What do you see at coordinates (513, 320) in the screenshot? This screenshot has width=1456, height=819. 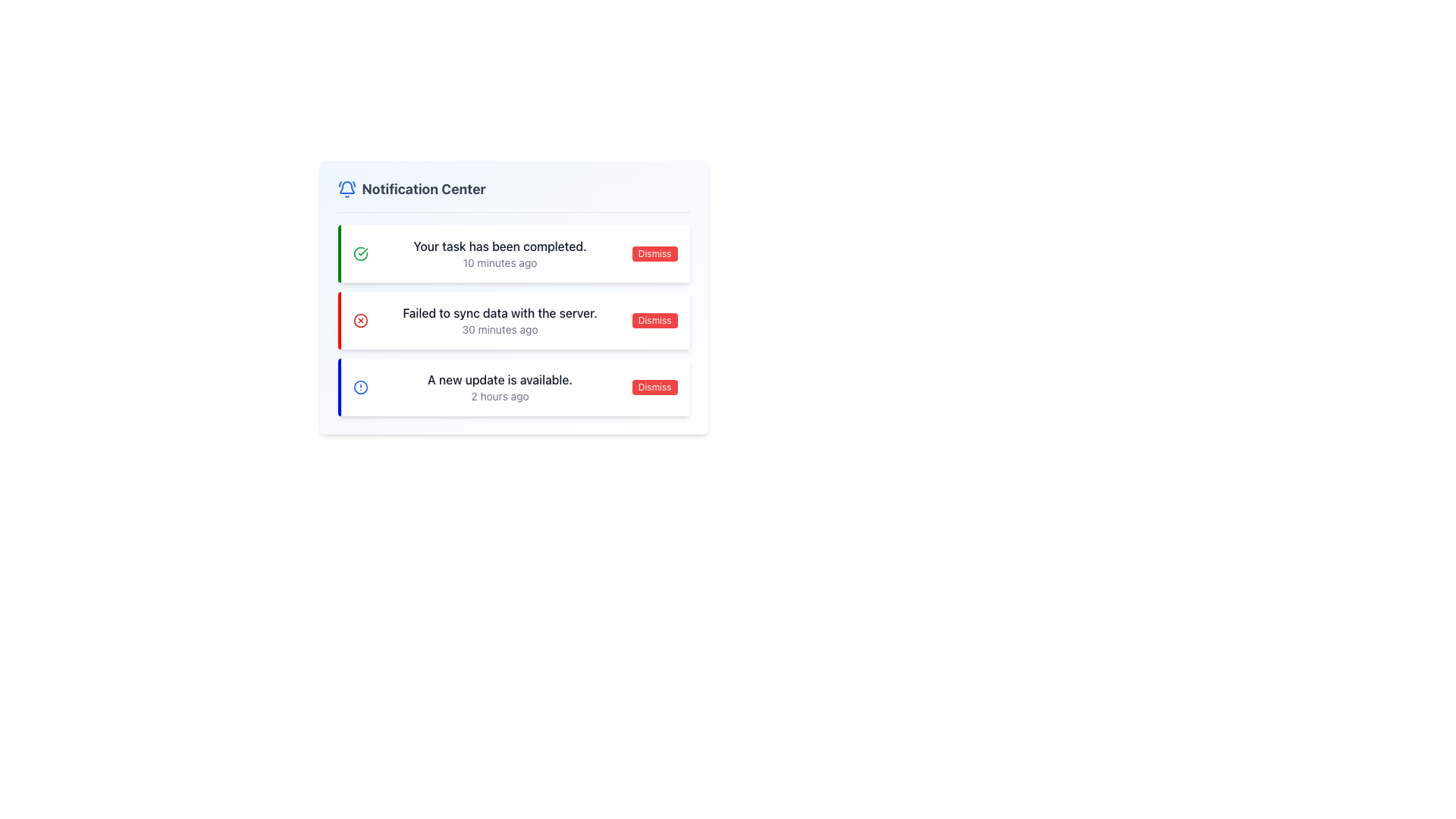 I see `notification message about the synchronization failure with the server, which is the second notification card in the list` at bounding box center [513, 320].